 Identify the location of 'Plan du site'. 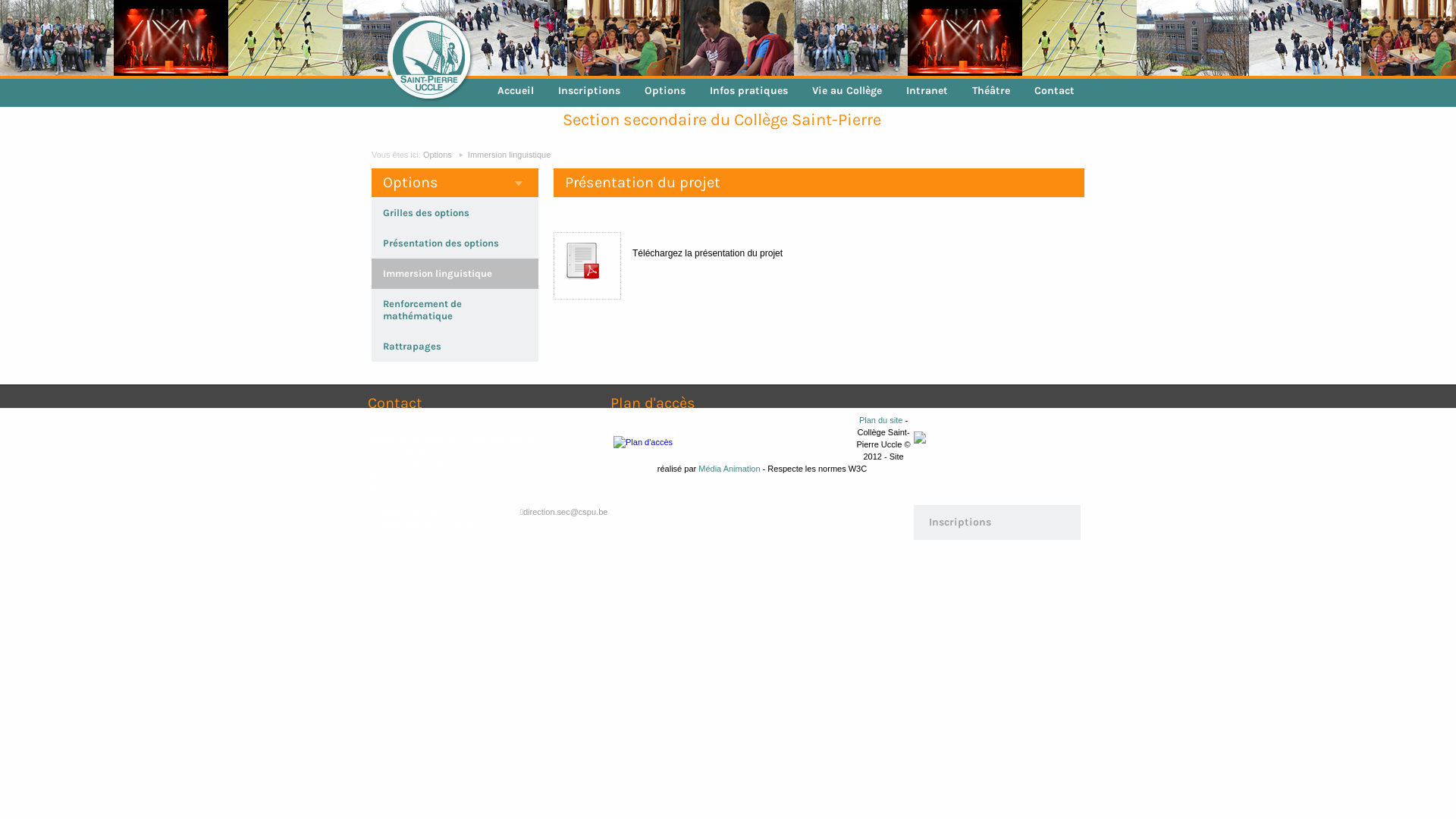
(880, 420).